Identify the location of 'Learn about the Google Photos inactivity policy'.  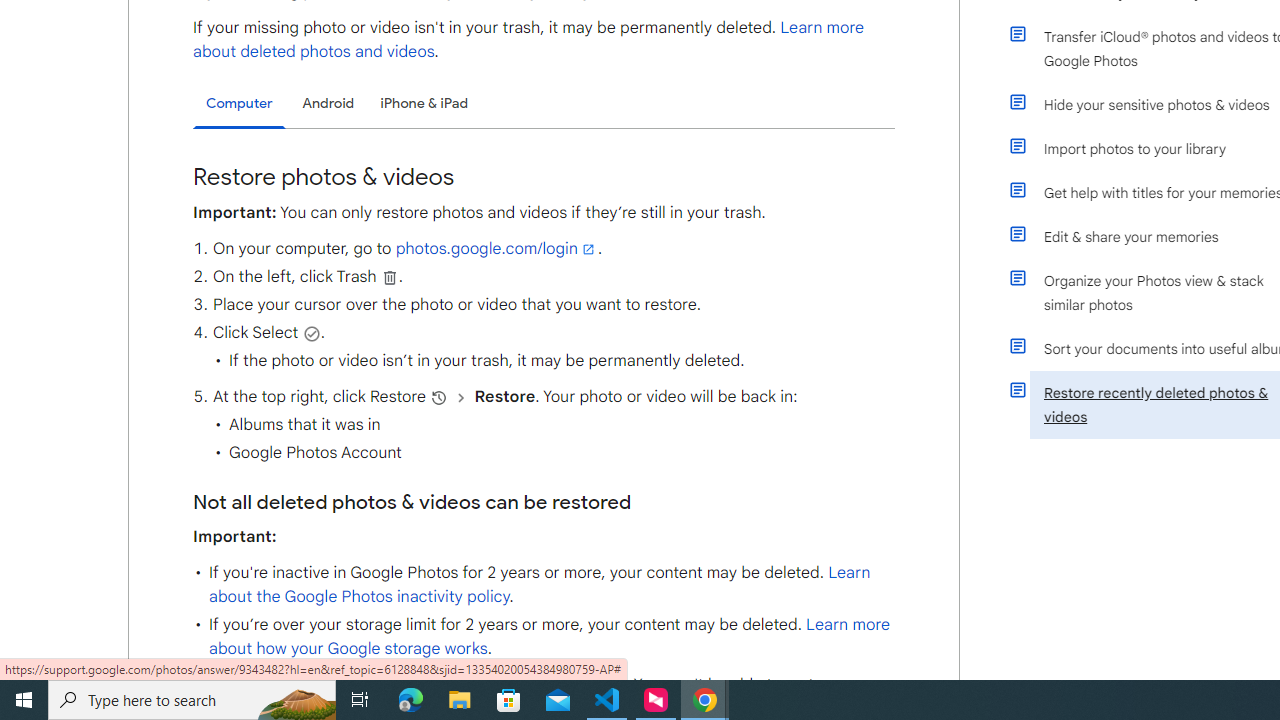
(539, 585).